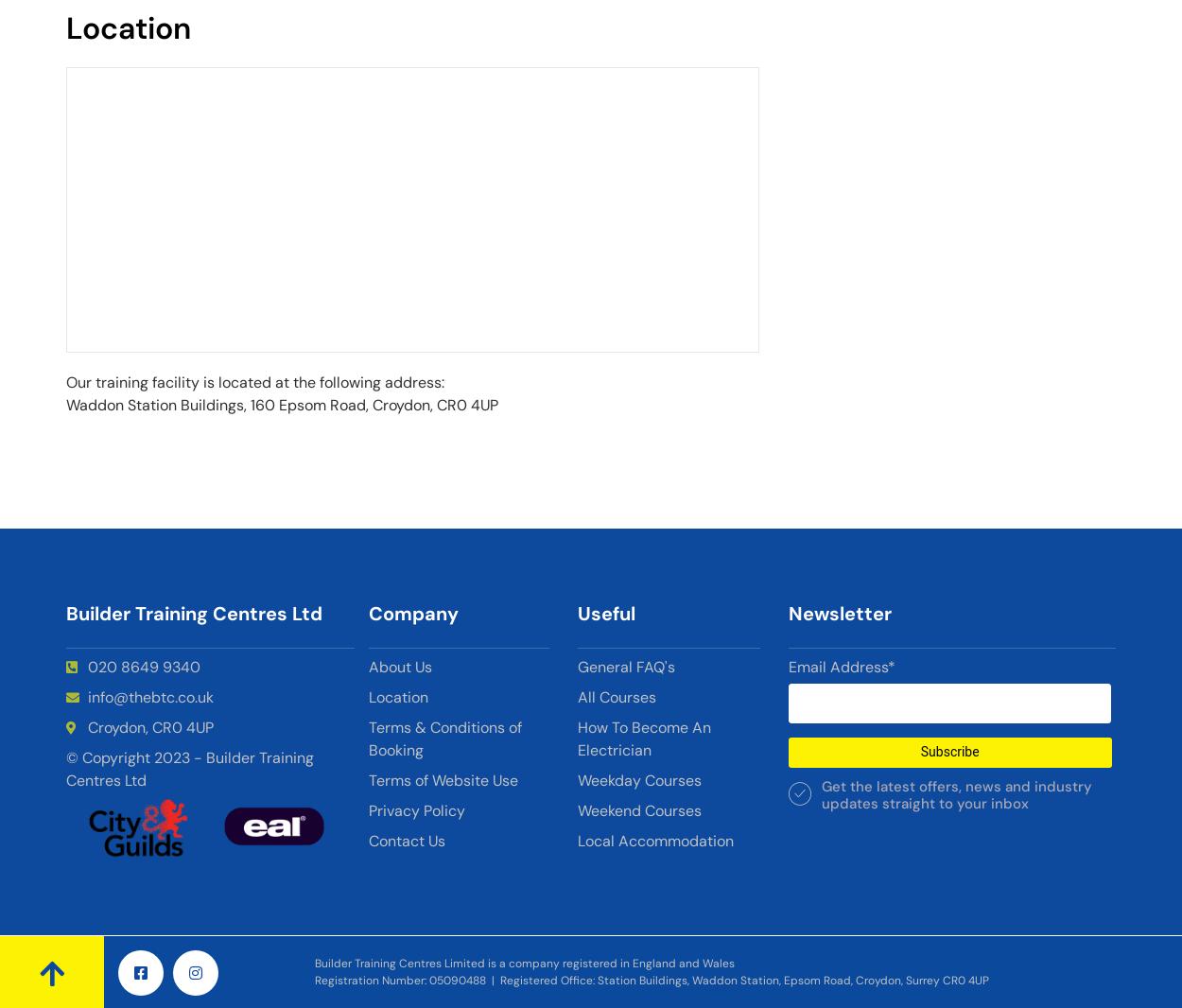 Image resolution: width=1182 pixels, height=1008 pixels. What do you see at coordinates (841, 666) in the screenshot?
I see `'Email Address*'` at bounding box center [841, 666].